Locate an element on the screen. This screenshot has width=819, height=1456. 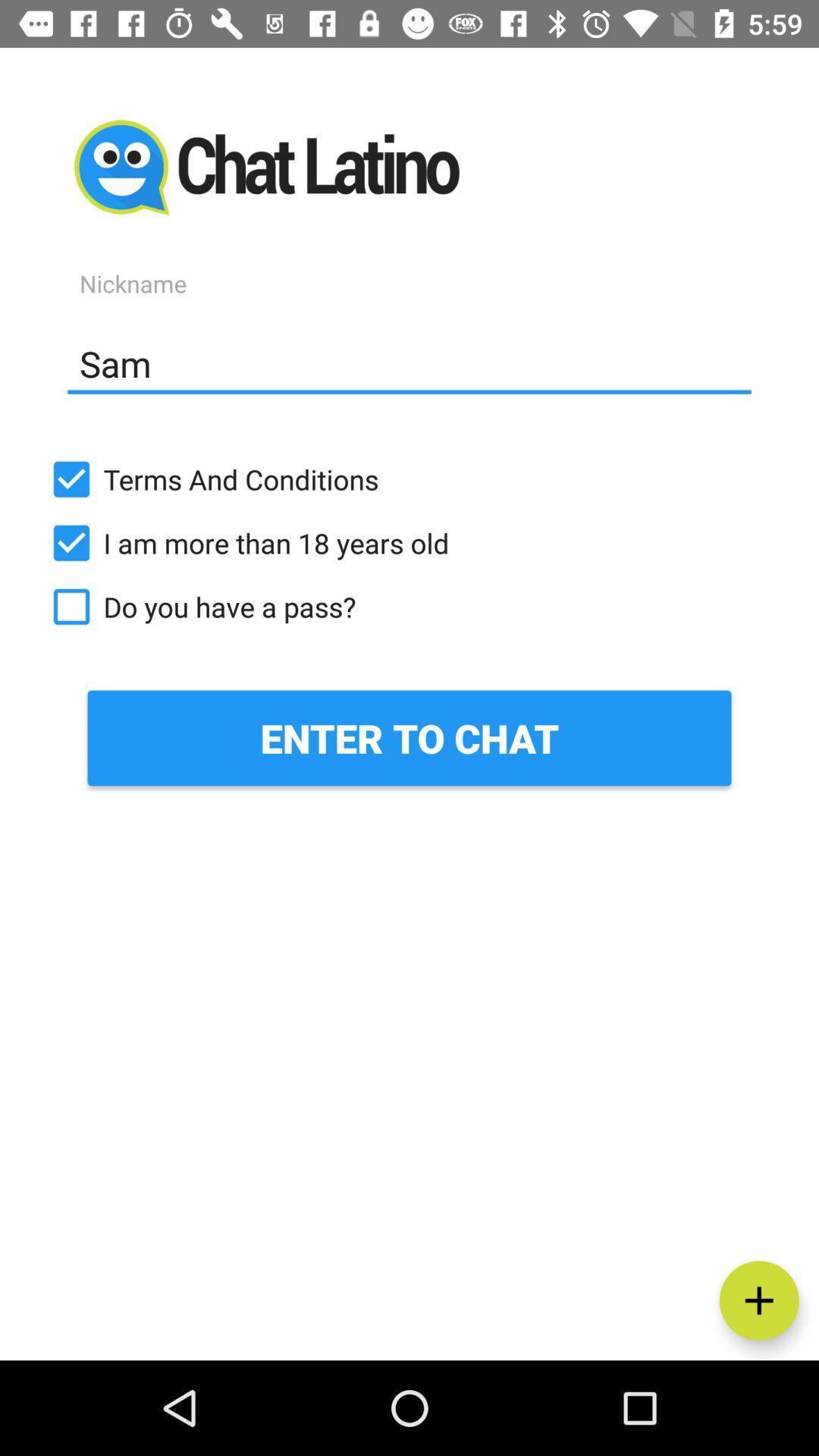
item below the do you have icon is located at coordinates (409, 738).